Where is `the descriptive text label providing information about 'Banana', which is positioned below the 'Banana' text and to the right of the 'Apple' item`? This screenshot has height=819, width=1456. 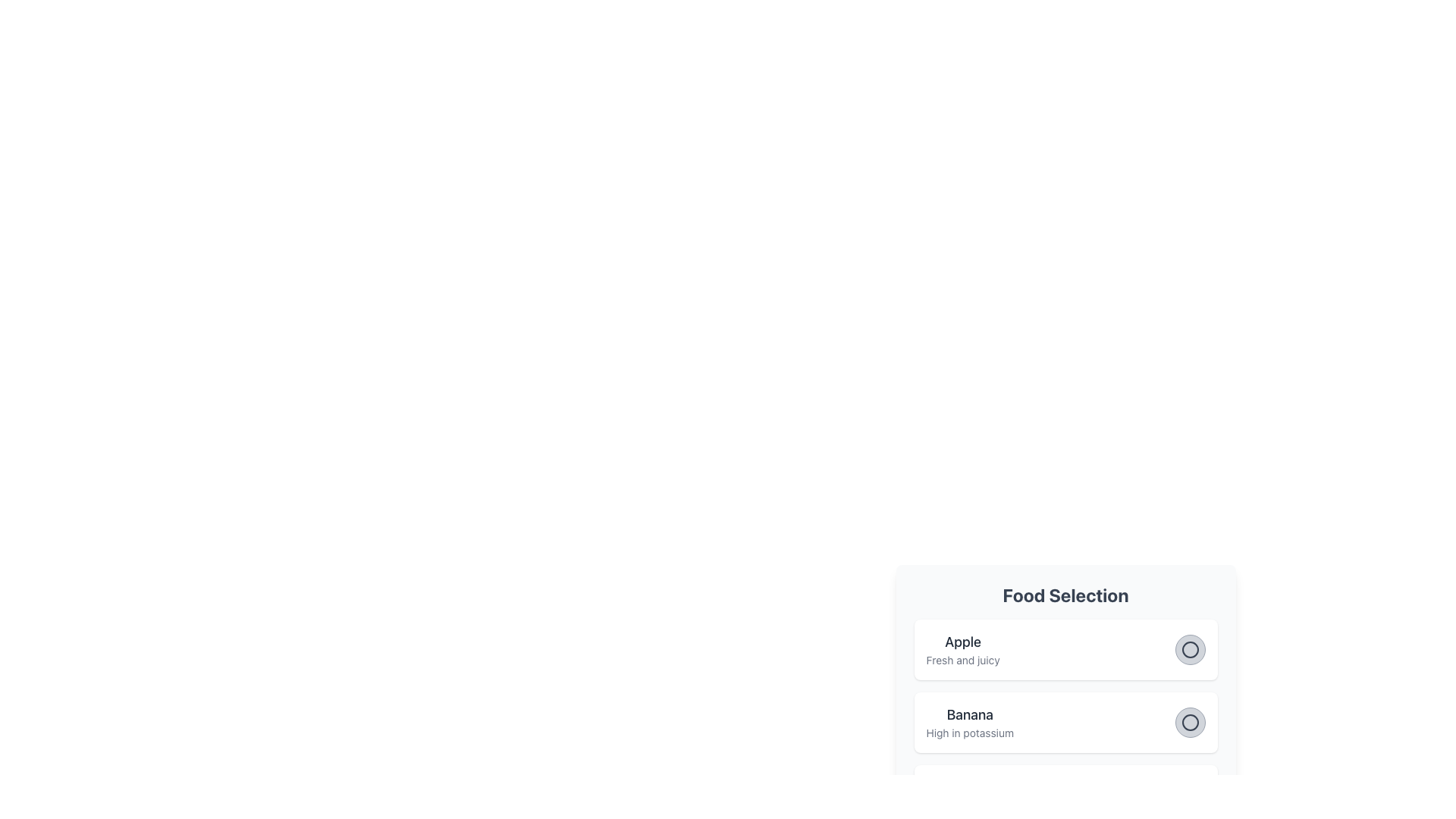
the descriptive text label providing information about 'Banana', which is positioned below the 'Banana' text and to the right of the 'Apple' item is located at coordinates (969, 733).